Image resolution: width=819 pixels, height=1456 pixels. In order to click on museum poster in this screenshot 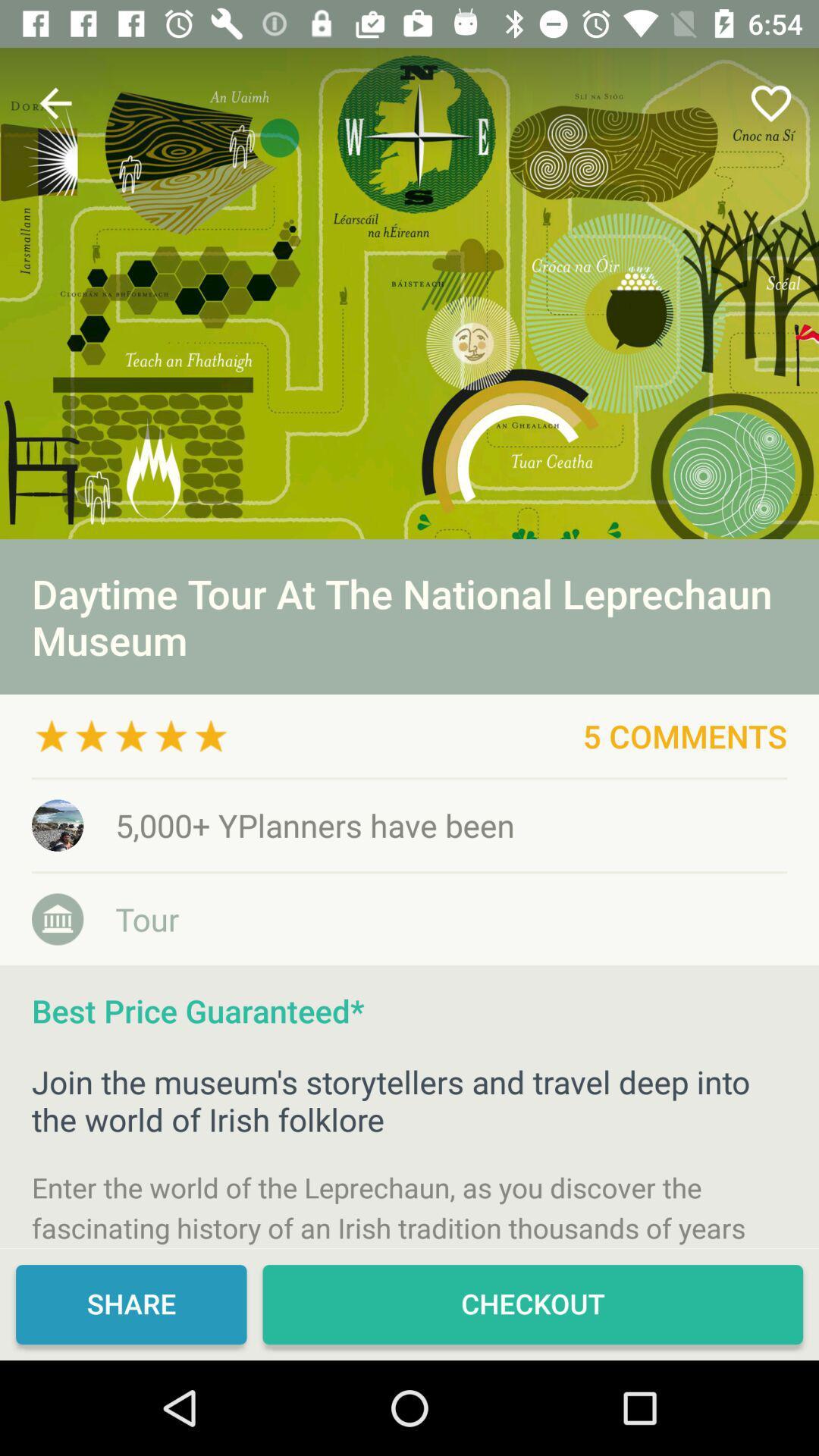, I will do `click(409, 293)`.